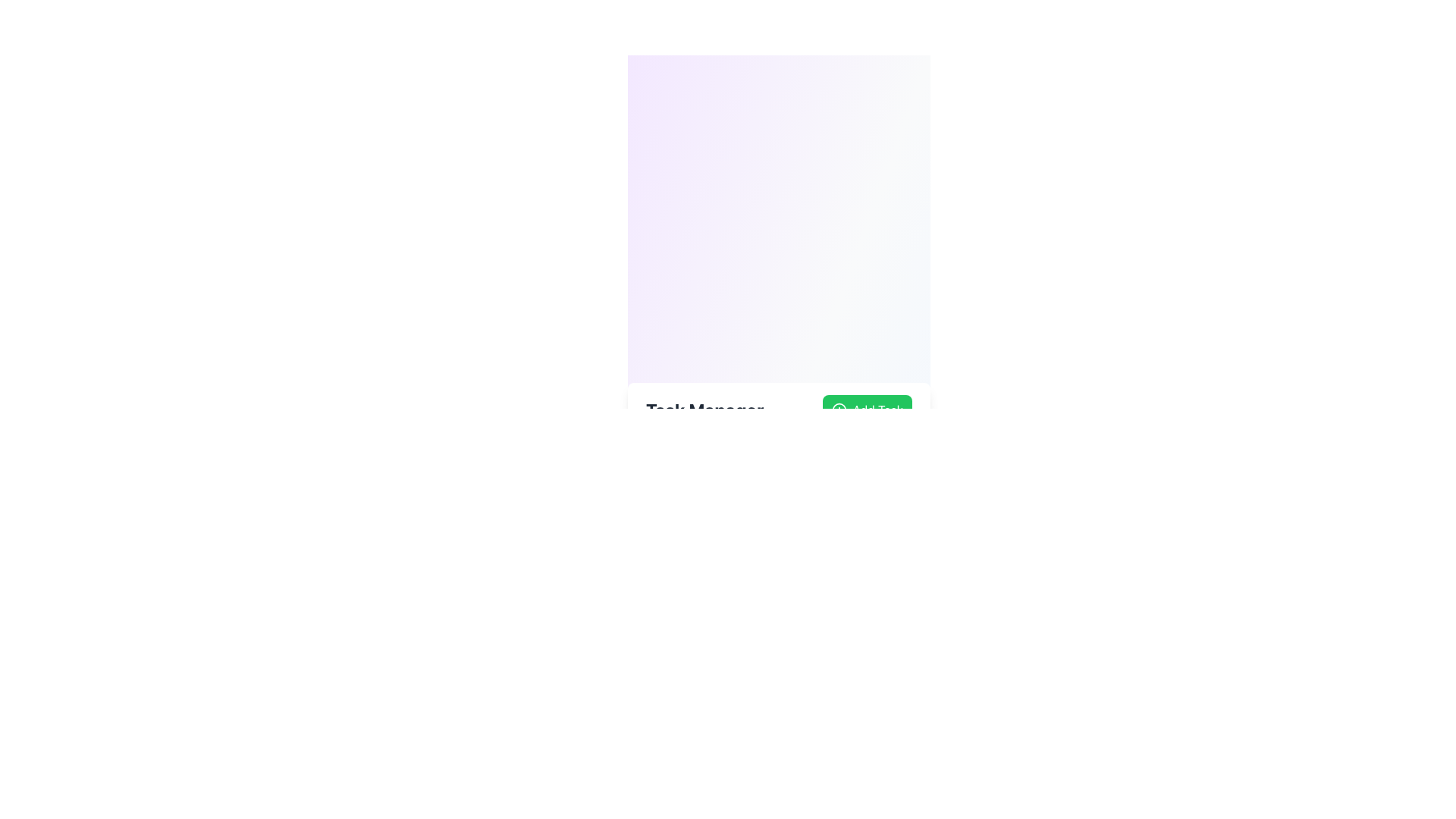  Describe the element at coordinates (838, 409) in the screenshot. I see `the circular icon with a plus sign inside, which has a green border and is part of the 'Add Task' button` at that location.